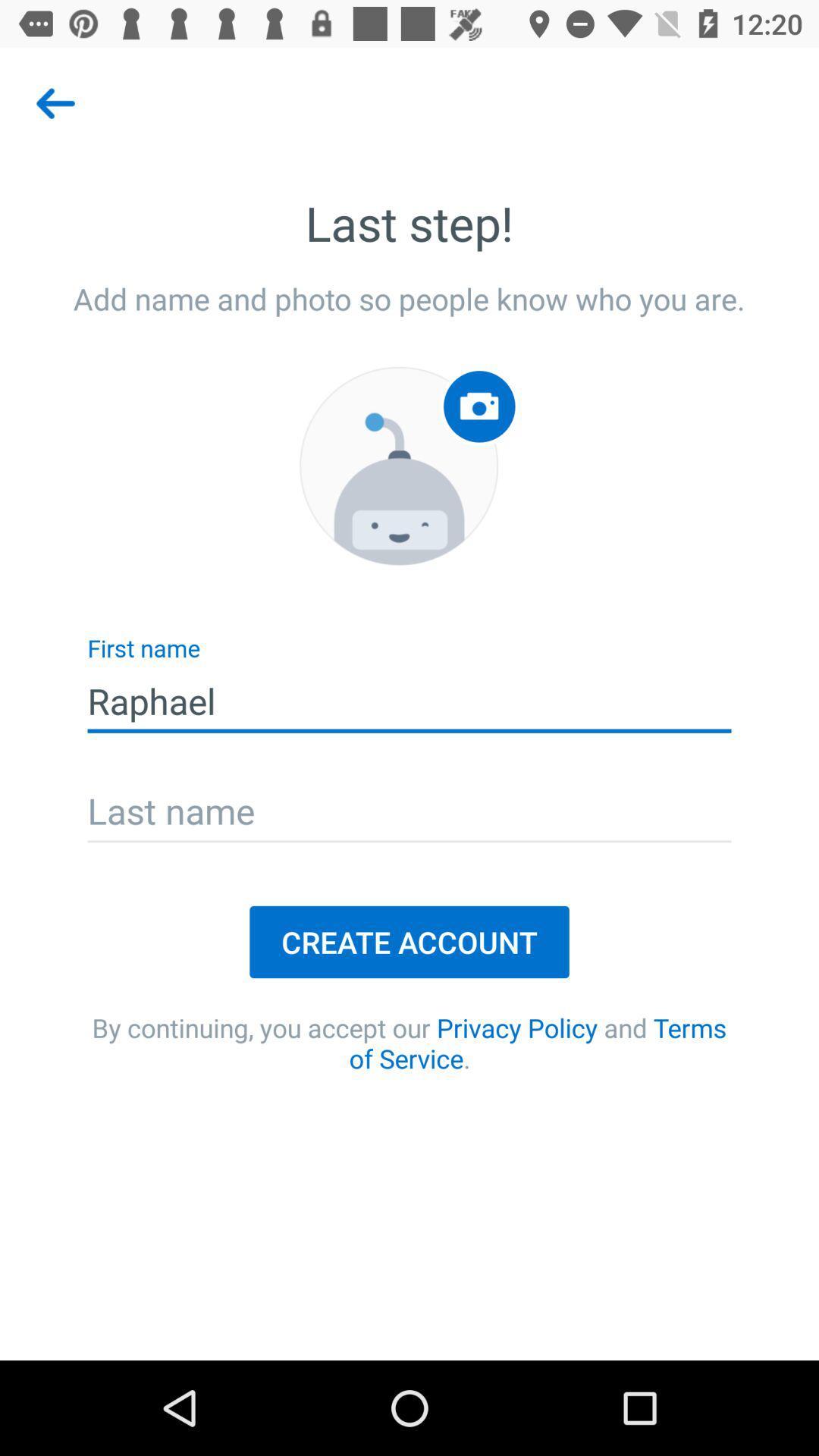 This screenshot has width=819, height=1456. I want to click on icon above by continuing you item, so click(409, 941).